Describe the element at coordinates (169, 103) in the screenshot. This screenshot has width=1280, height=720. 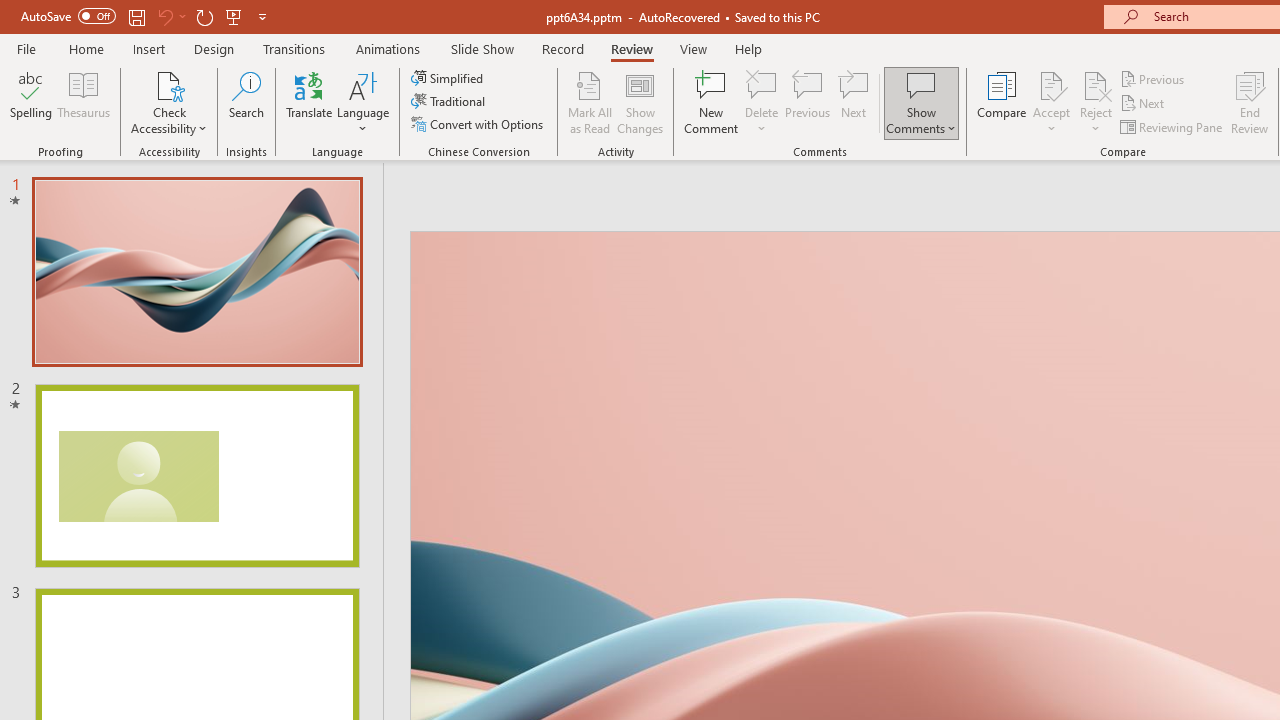
I see `'Check Accessibility'` at that location.